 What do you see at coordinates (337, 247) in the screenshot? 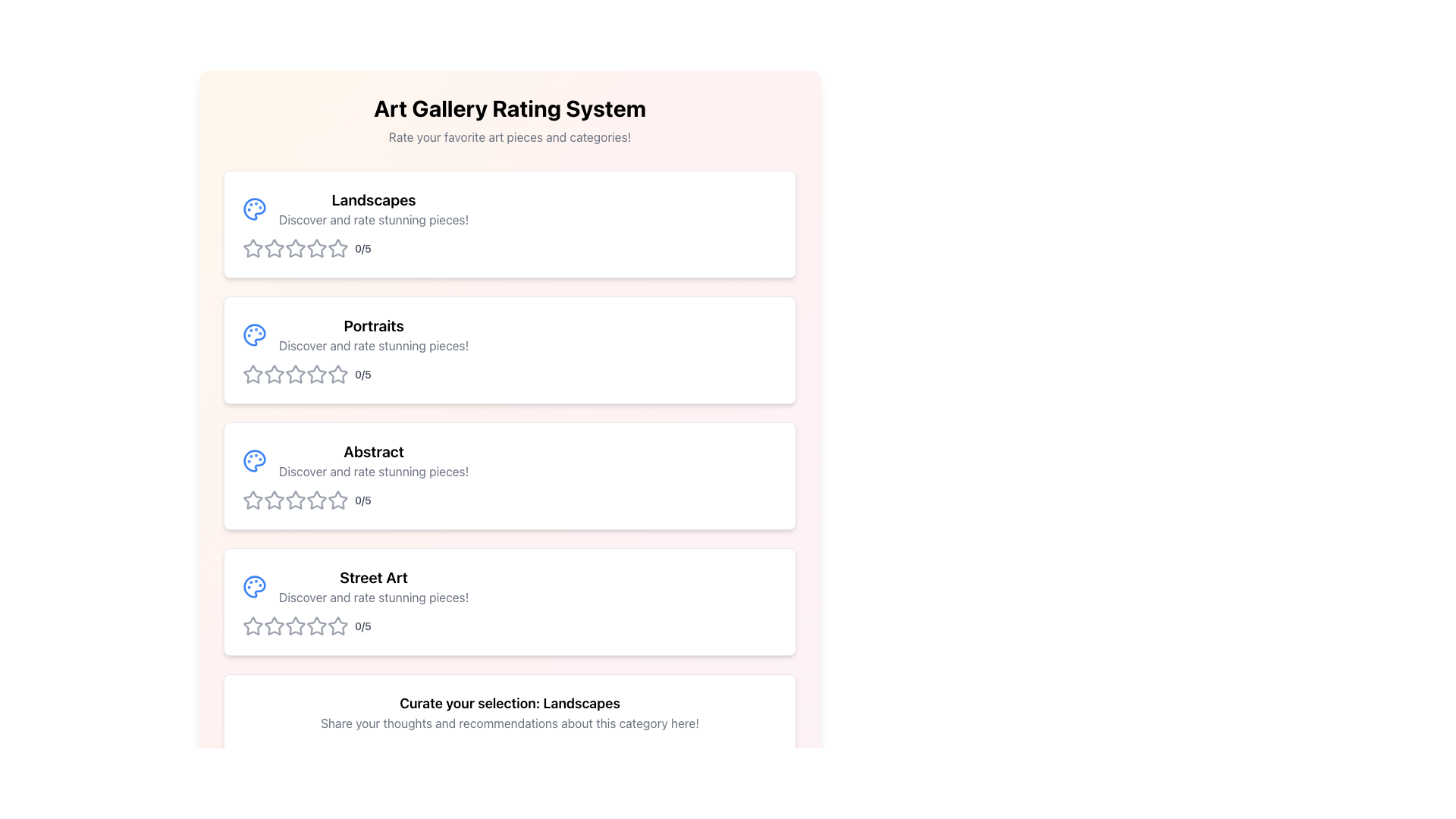
I see `the second rating star in the Landscapes section` at bounding box center [337, 247].